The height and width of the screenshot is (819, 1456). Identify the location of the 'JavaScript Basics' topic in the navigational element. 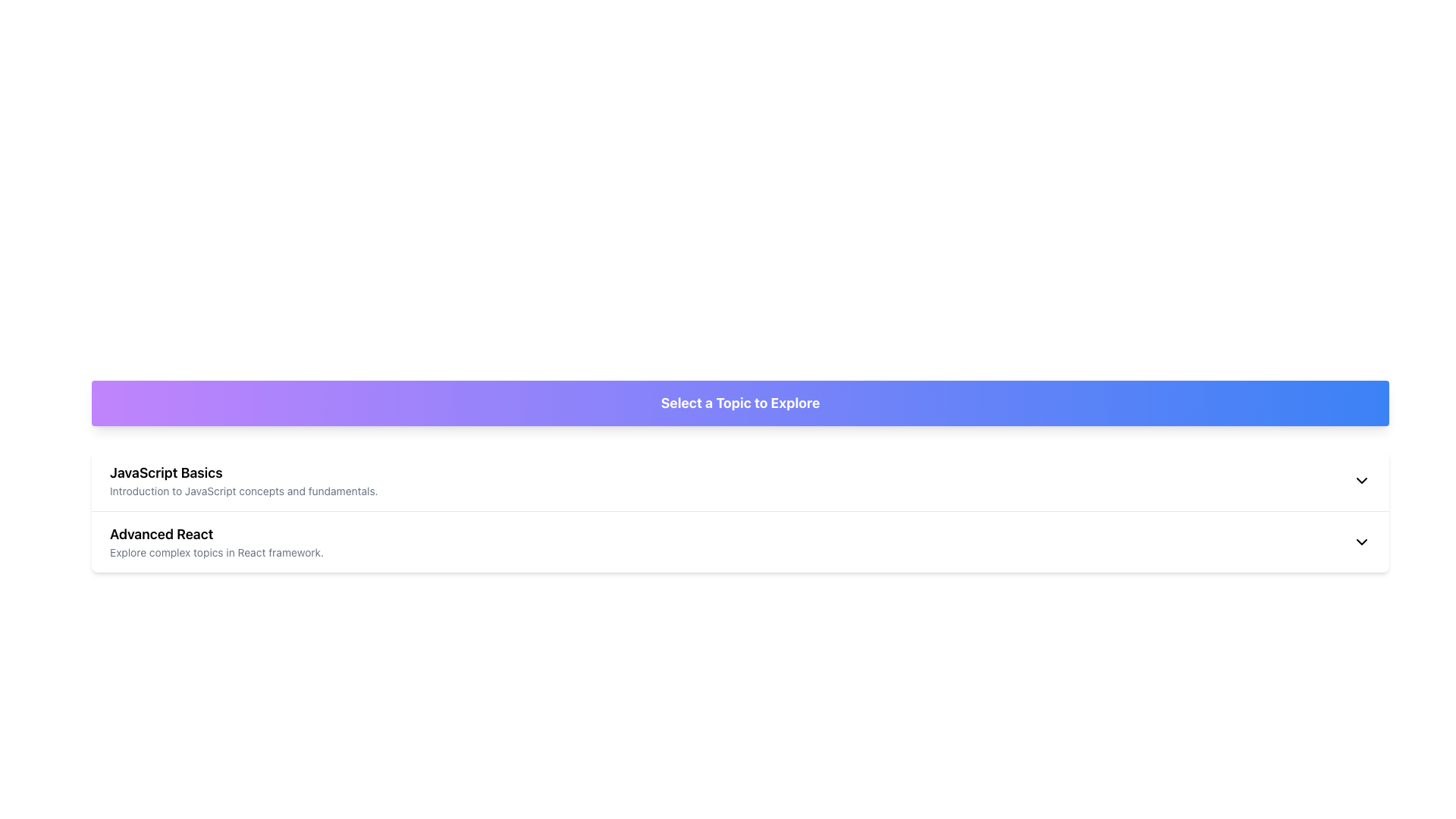
(243, 480).